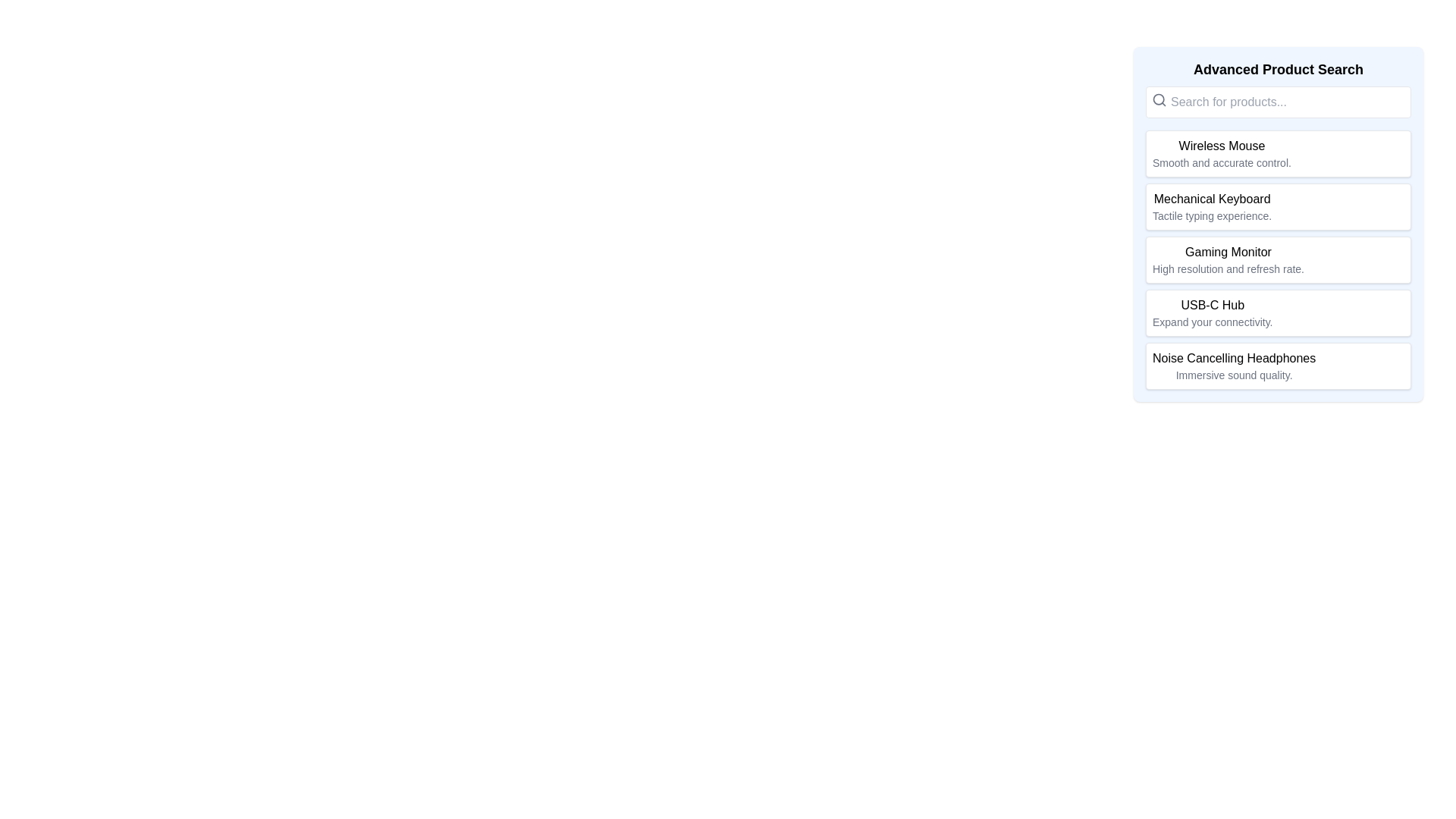  What do you see at coordinates (1222, 154) in the screenshot?
I see `the text block containing the title and description of the 'Wireless Mouse'` at bounding box center [1222, 154].